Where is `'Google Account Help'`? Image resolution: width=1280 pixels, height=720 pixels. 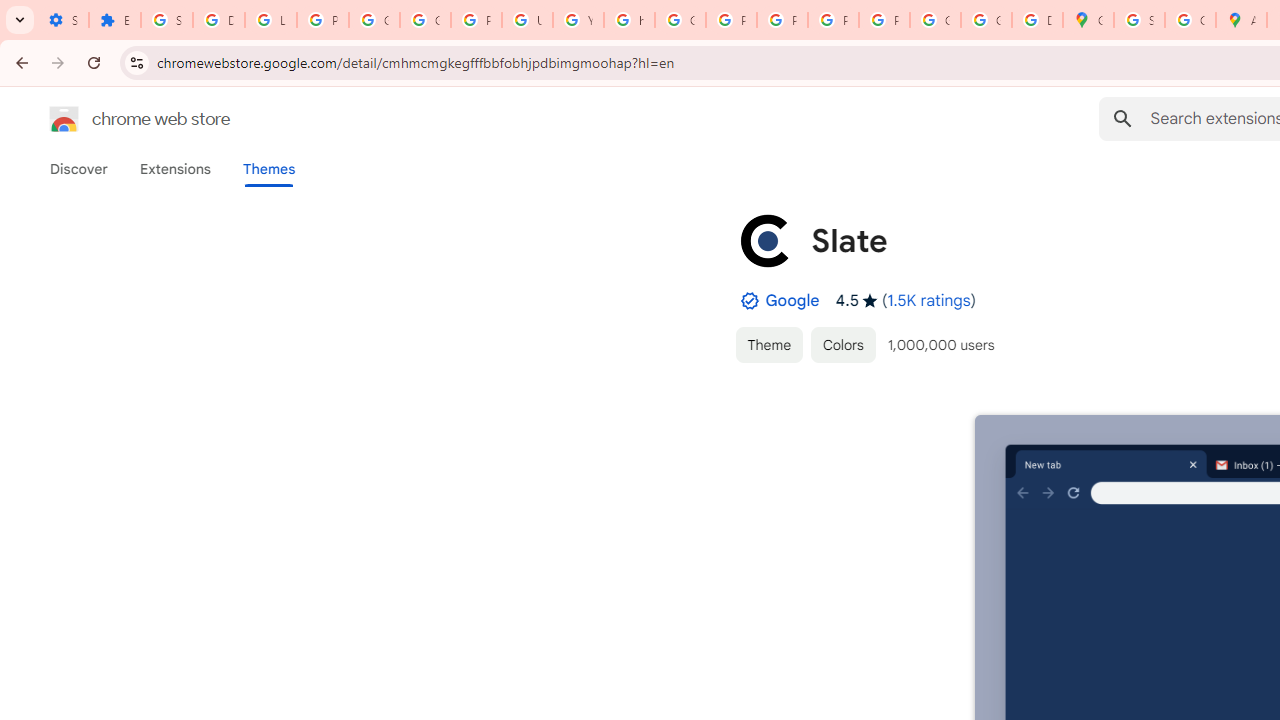
'Google Account Help' is located at coordinates (375, 20).